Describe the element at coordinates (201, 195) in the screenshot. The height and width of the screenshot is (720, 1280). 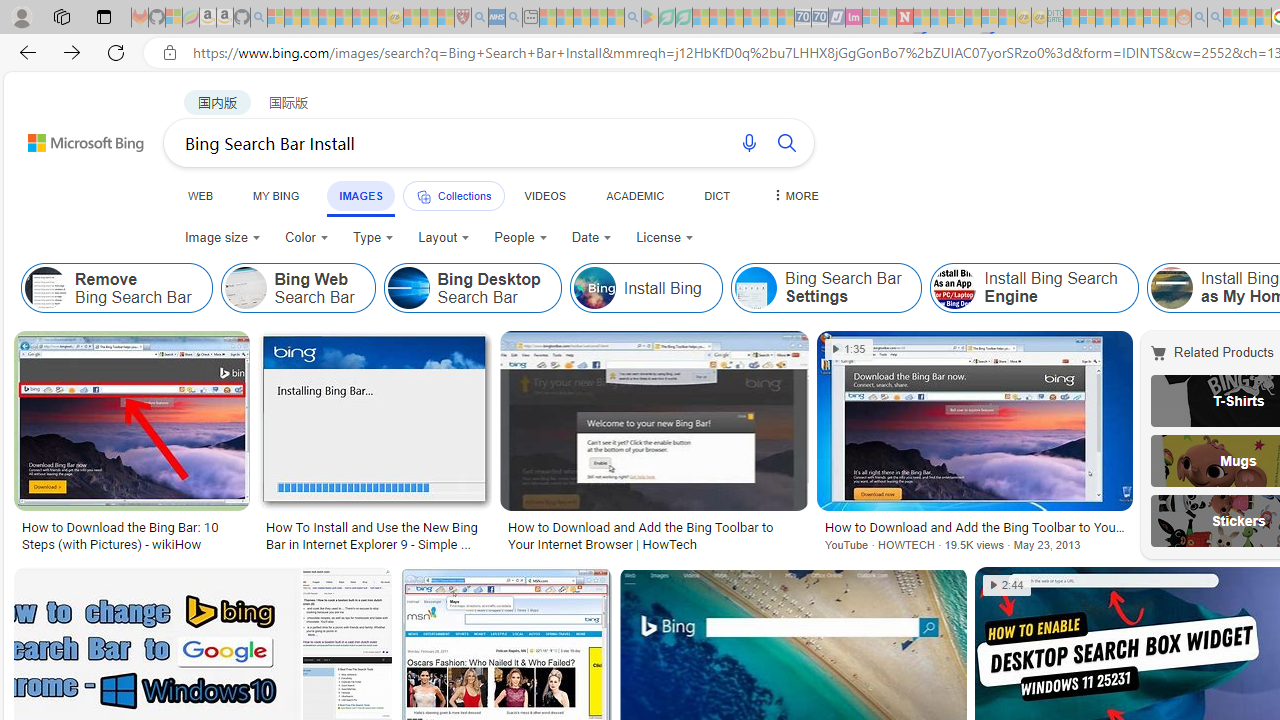
I see `'WEB'` at that location.